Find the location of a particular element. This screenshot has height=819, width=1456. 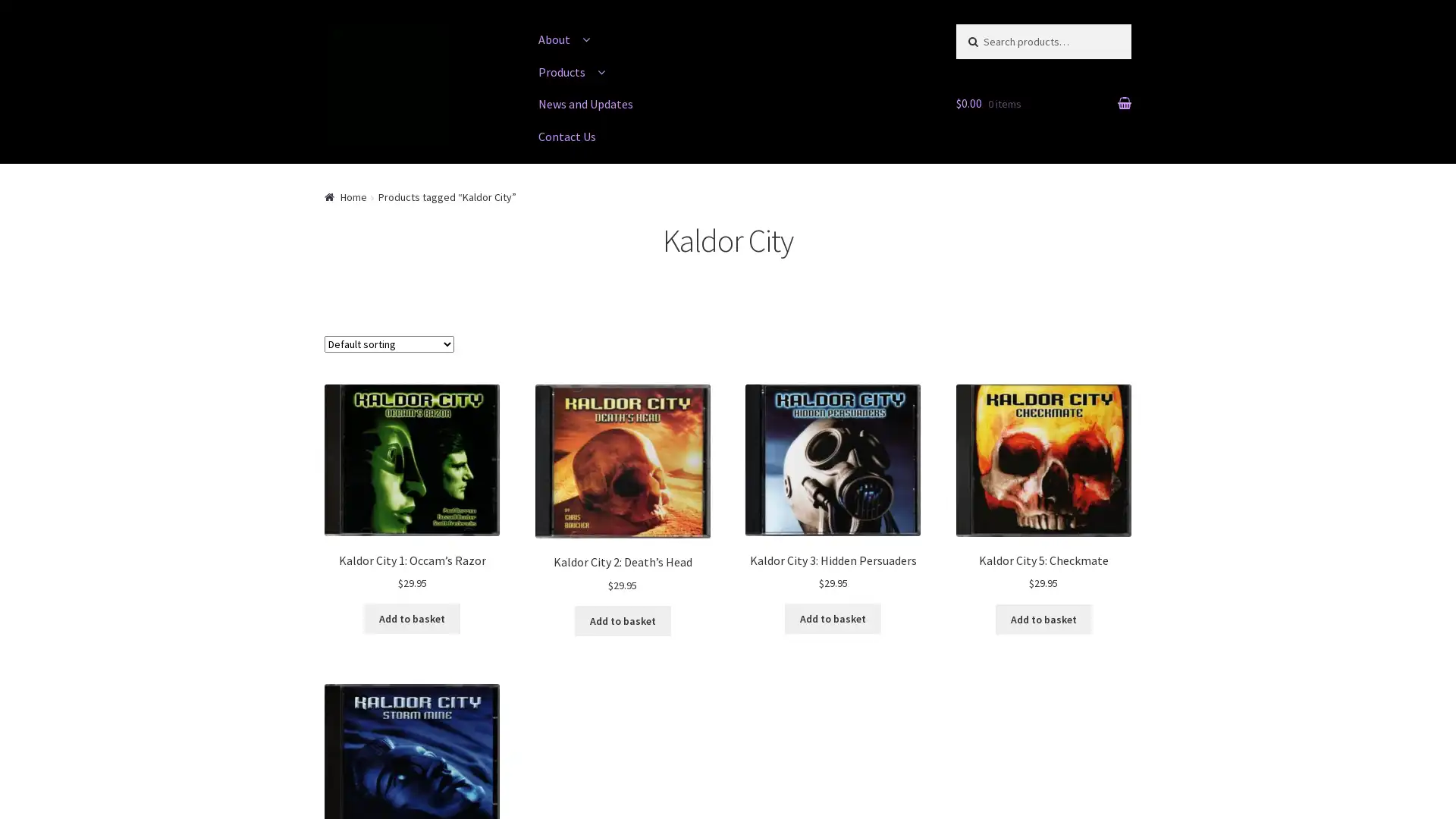

Search is located at coordinates (987, 38).